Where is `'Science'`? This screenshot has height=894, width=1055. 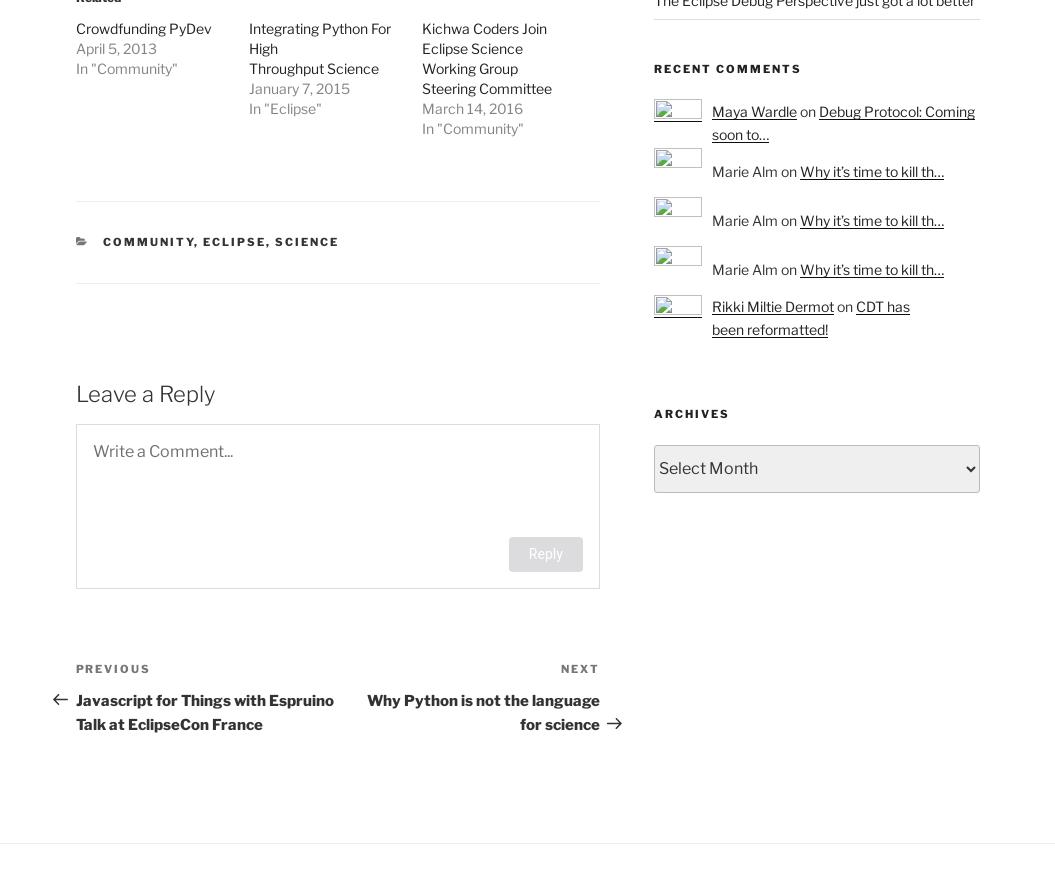
'Science' is located at coordinates (306, 241).